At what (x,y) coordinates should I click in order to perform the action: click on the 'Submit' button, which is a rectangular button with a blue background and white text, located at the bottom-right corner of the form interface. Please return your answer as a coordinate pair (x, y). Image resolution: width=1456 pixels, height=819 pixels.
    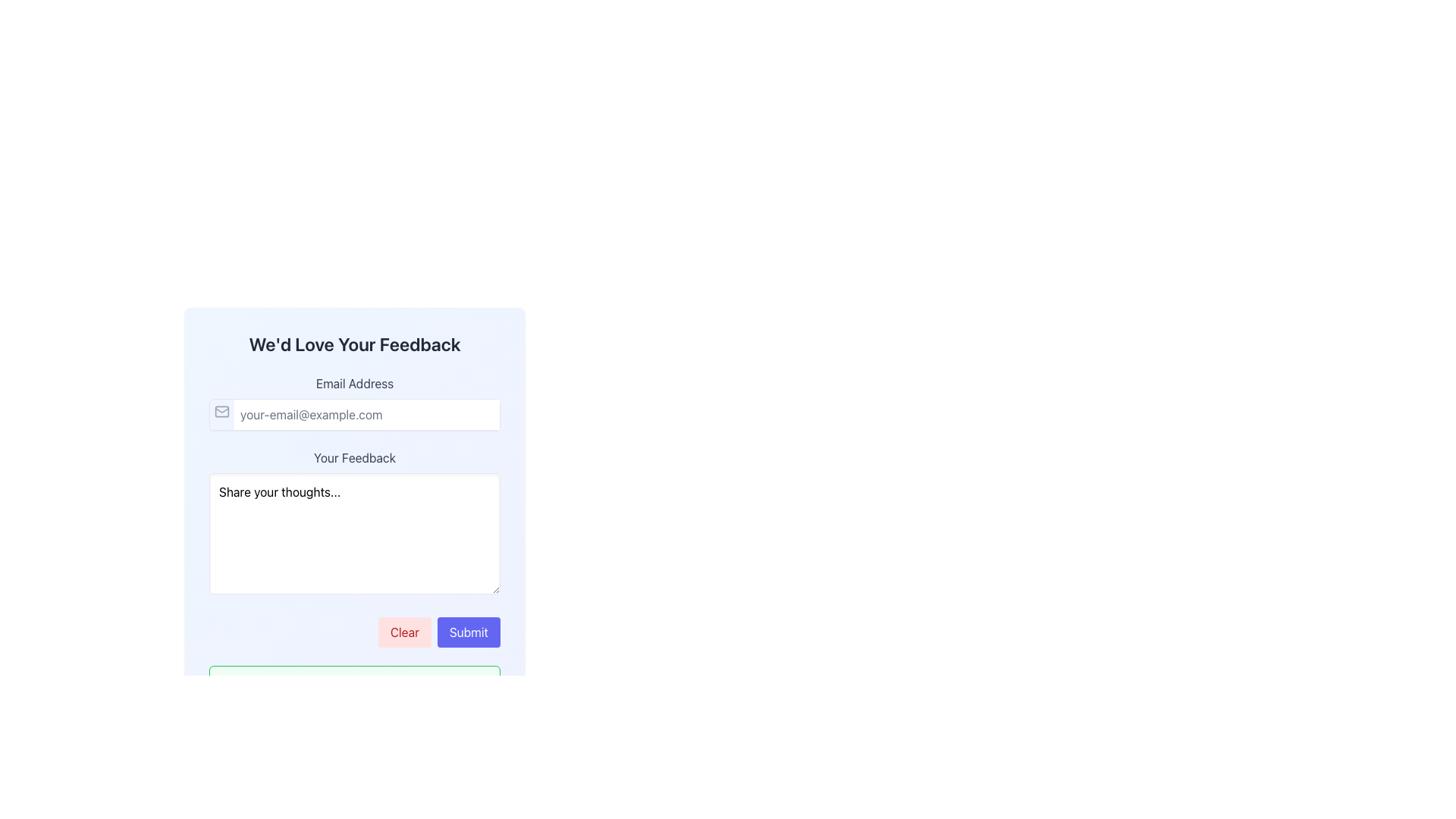
    Looking at the image, I should click on (468, 632).